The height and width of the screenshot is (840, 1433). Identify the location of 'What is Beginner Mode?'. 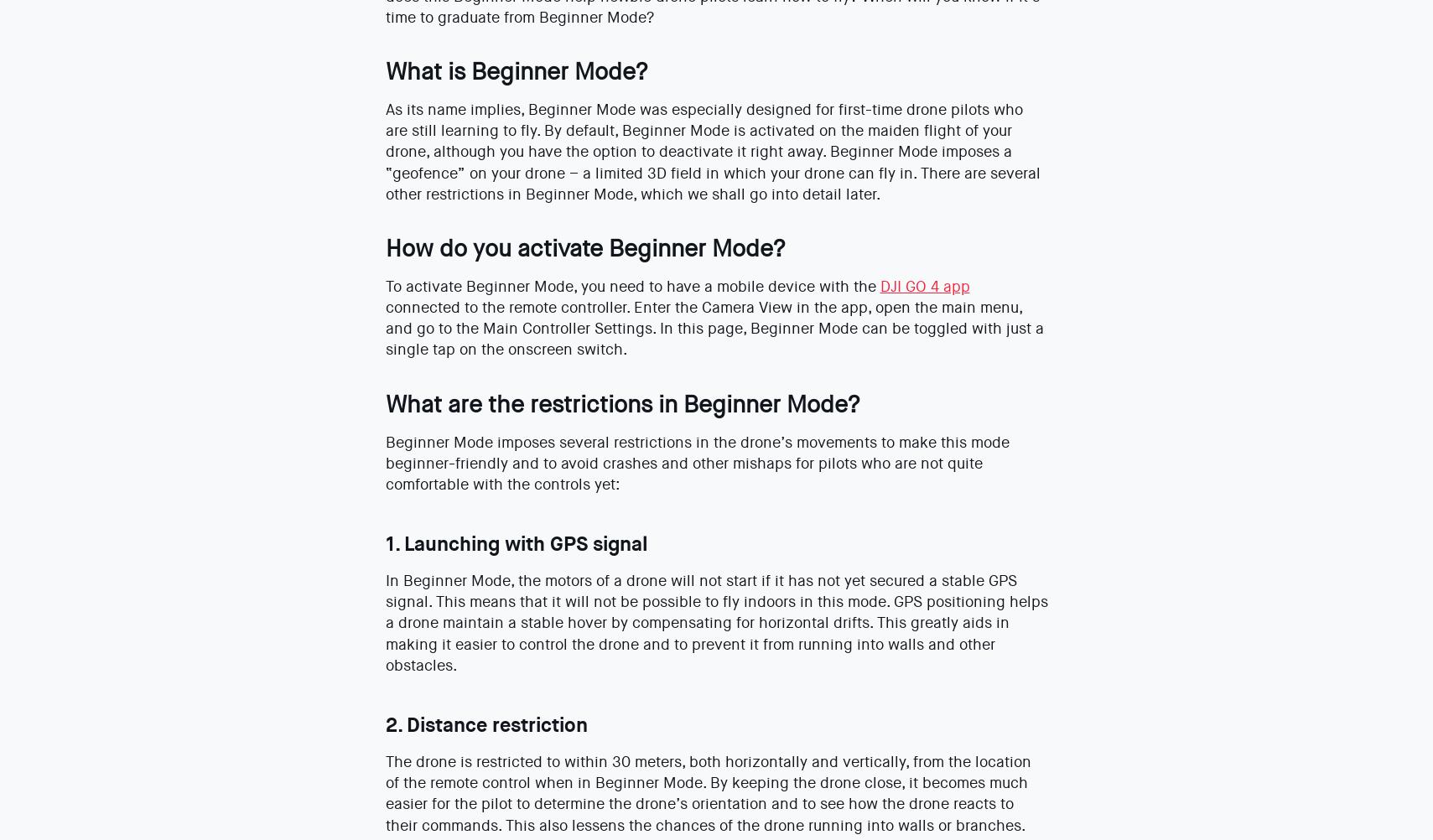
(515, 70).